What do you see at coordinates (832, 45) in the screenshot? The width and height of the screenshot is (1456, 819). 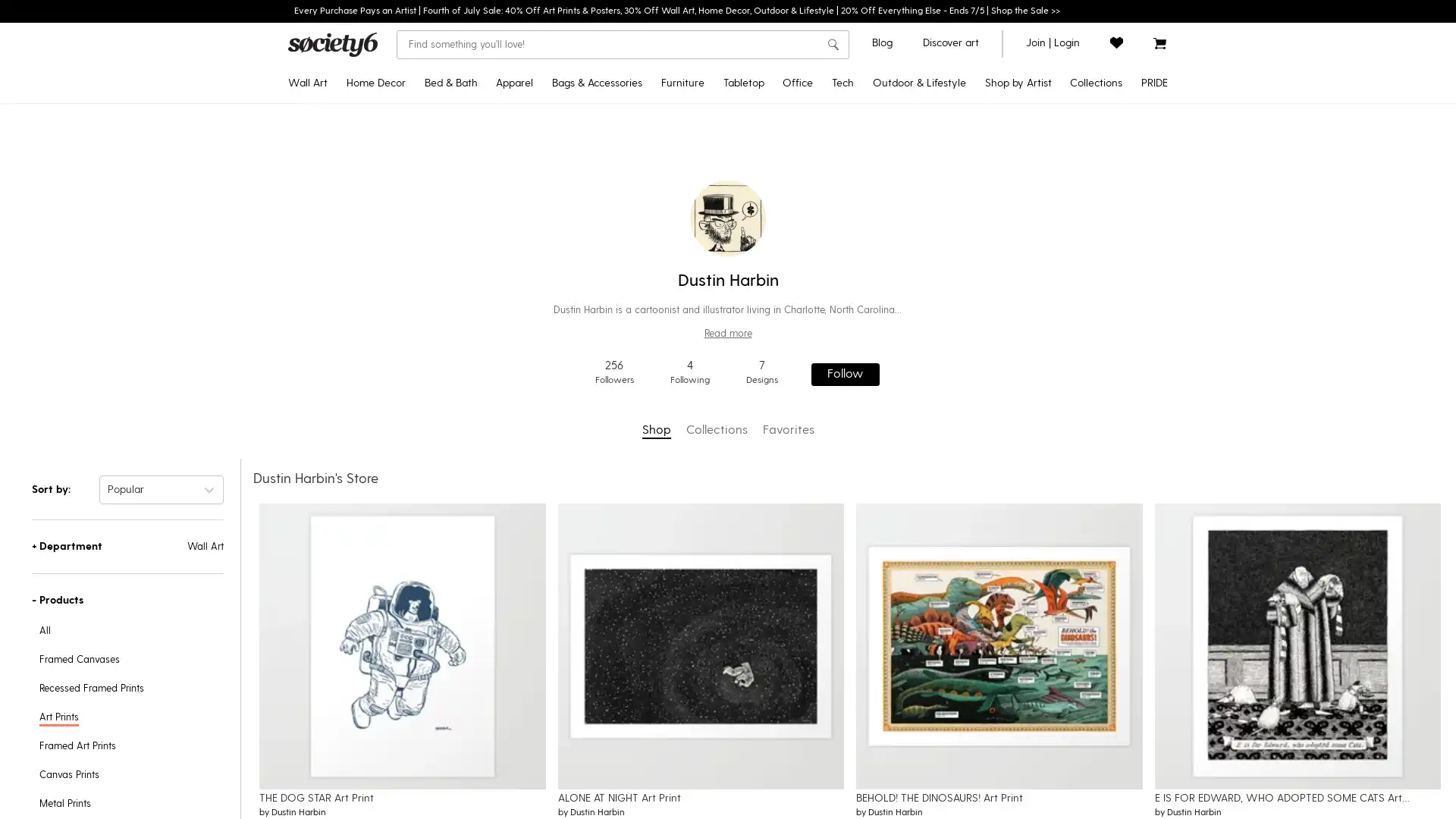 I see `search button` at bounding box center [832, 45].